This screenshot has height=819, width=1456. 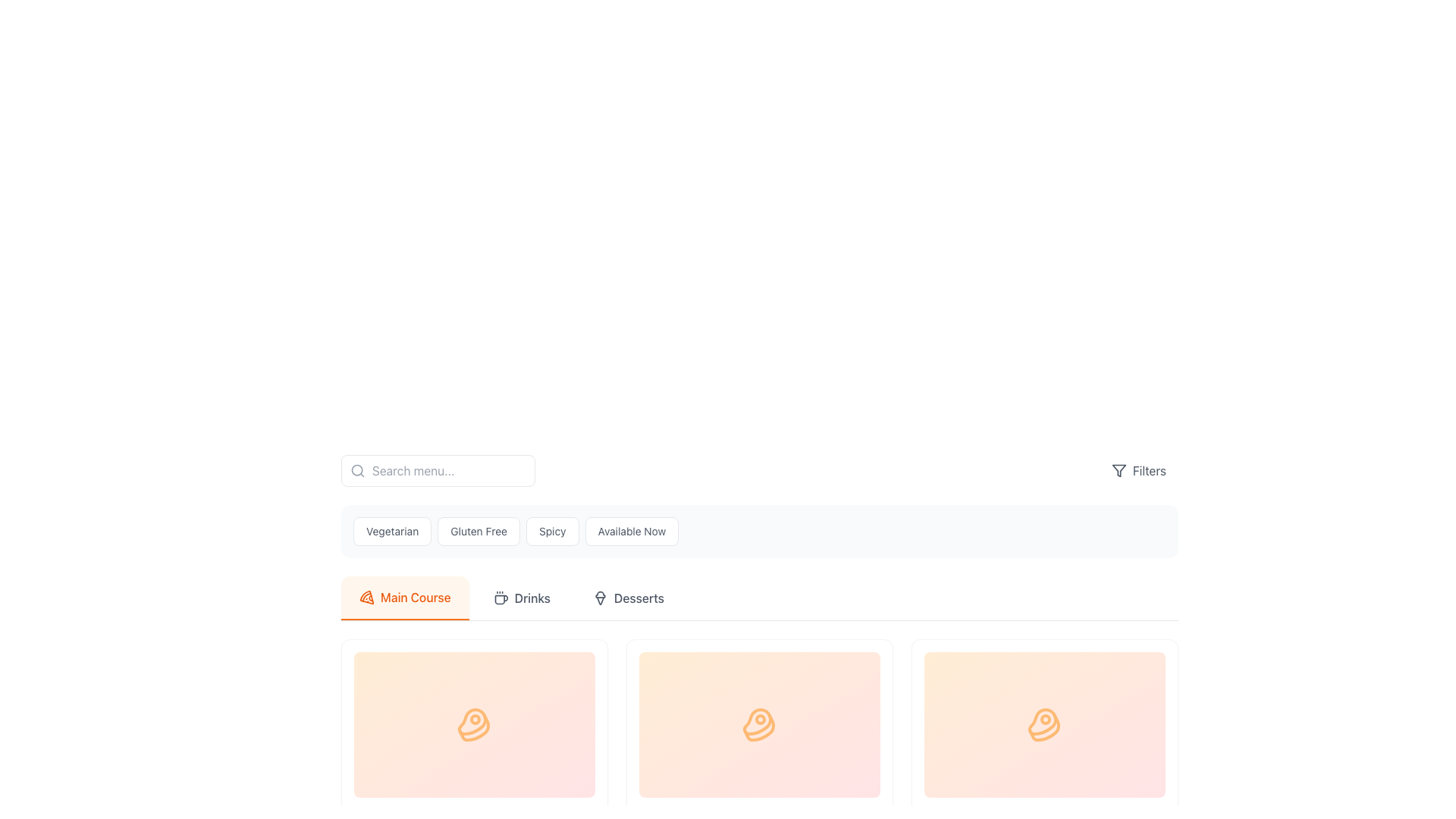 I want to click on the 'Desserts' button, which is a rectangular button with rounded corners, displaying the text 'Desserts' and an ice cream cone icon, located in a horizontal navigation menu, so click(x=629, y=598).